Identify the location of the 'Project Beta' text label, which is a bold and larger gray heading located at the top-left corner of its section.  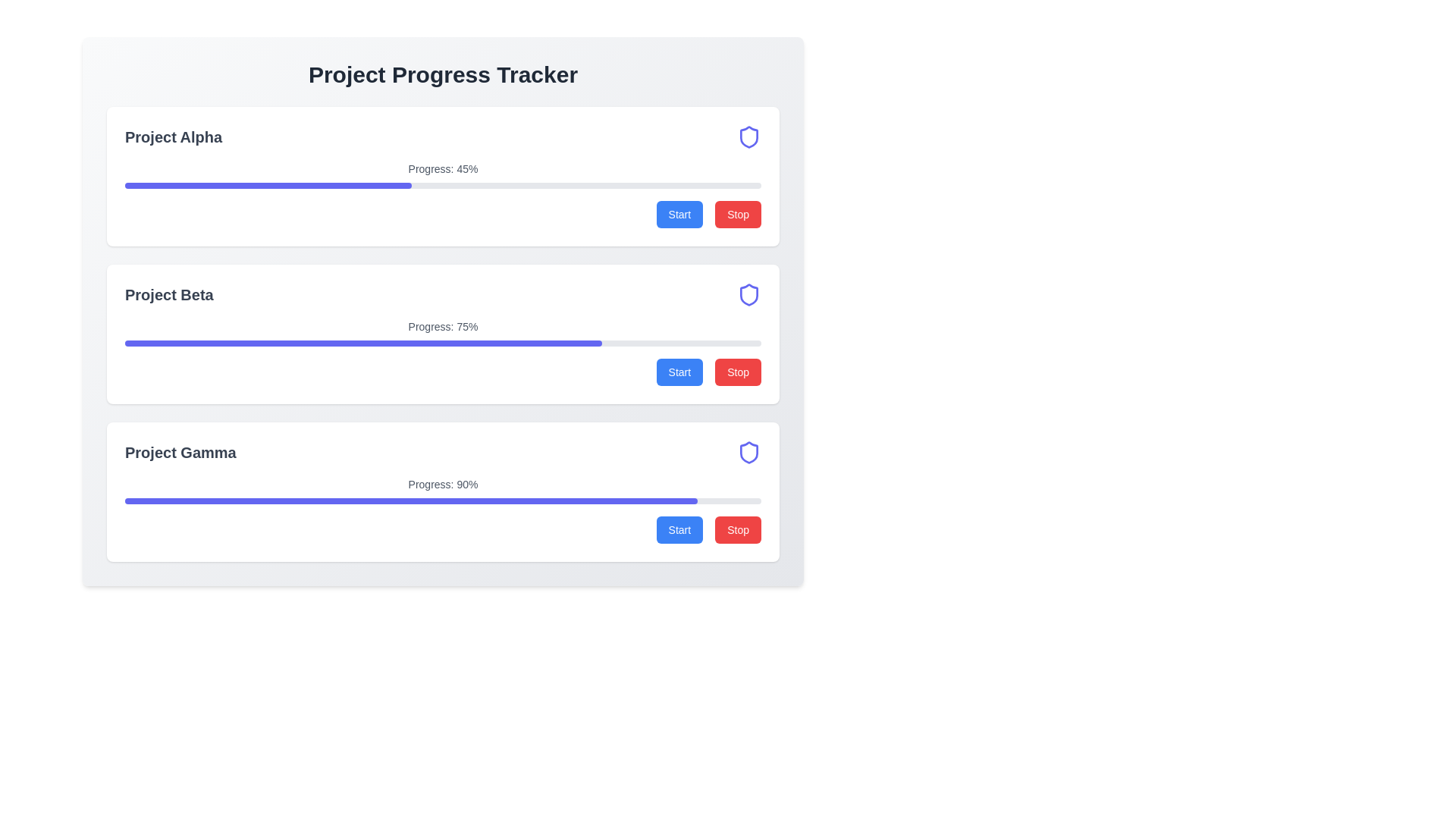
(169, 295).